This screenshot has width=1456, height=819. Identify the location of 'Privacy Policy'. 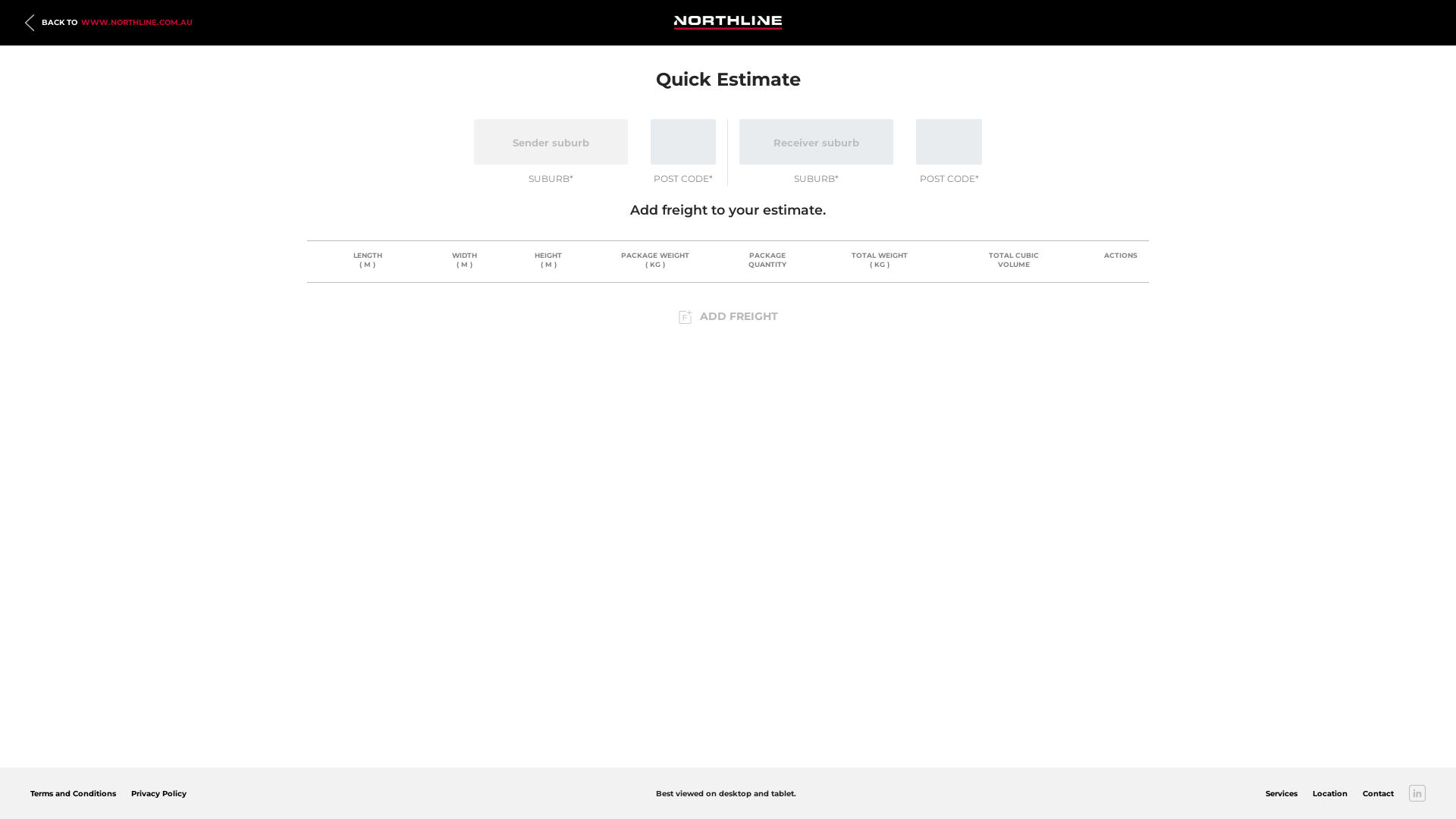
(158, 792).